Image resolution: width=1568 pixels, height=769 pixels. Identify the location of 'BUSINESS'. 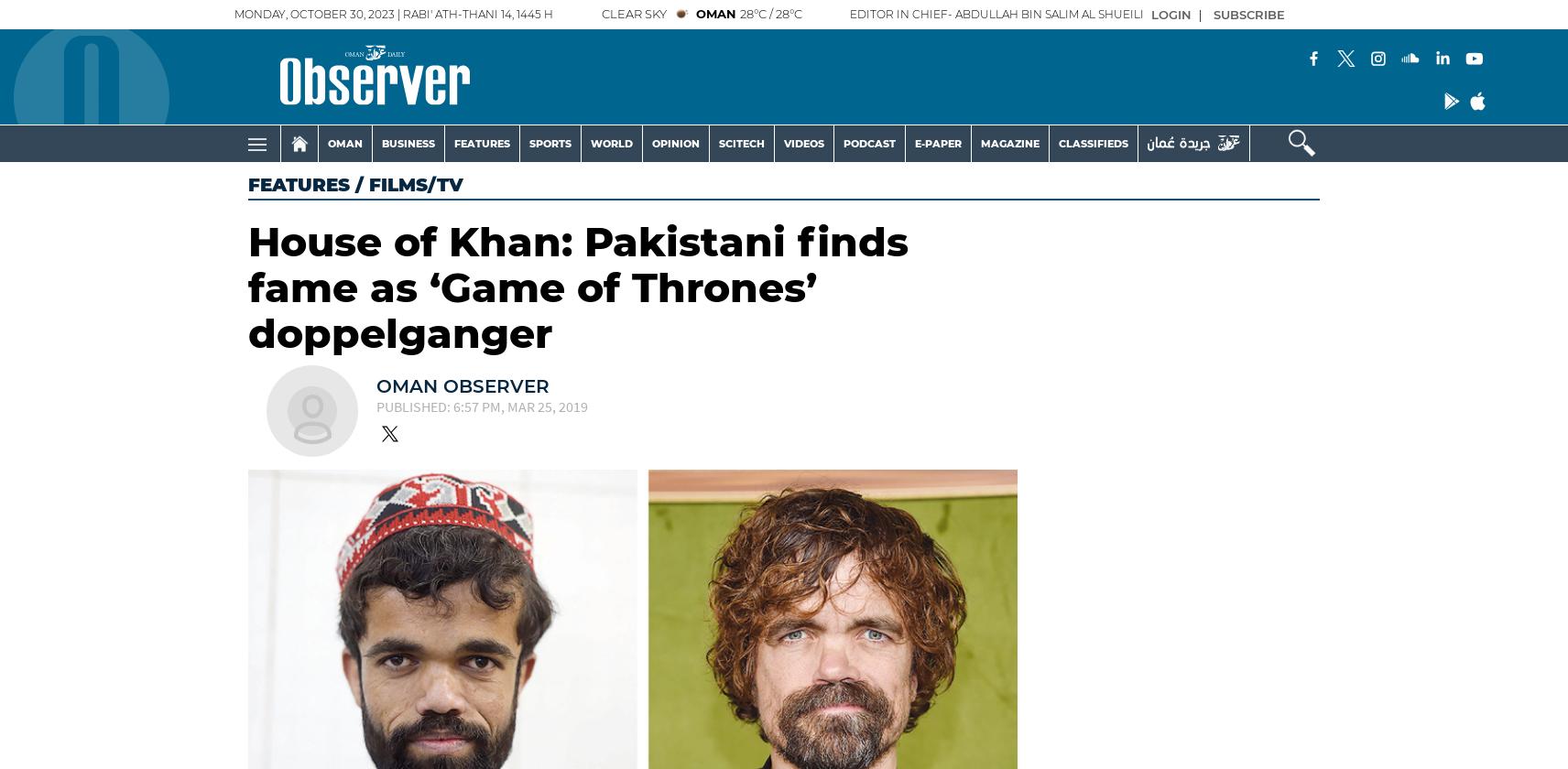
(407, 143).